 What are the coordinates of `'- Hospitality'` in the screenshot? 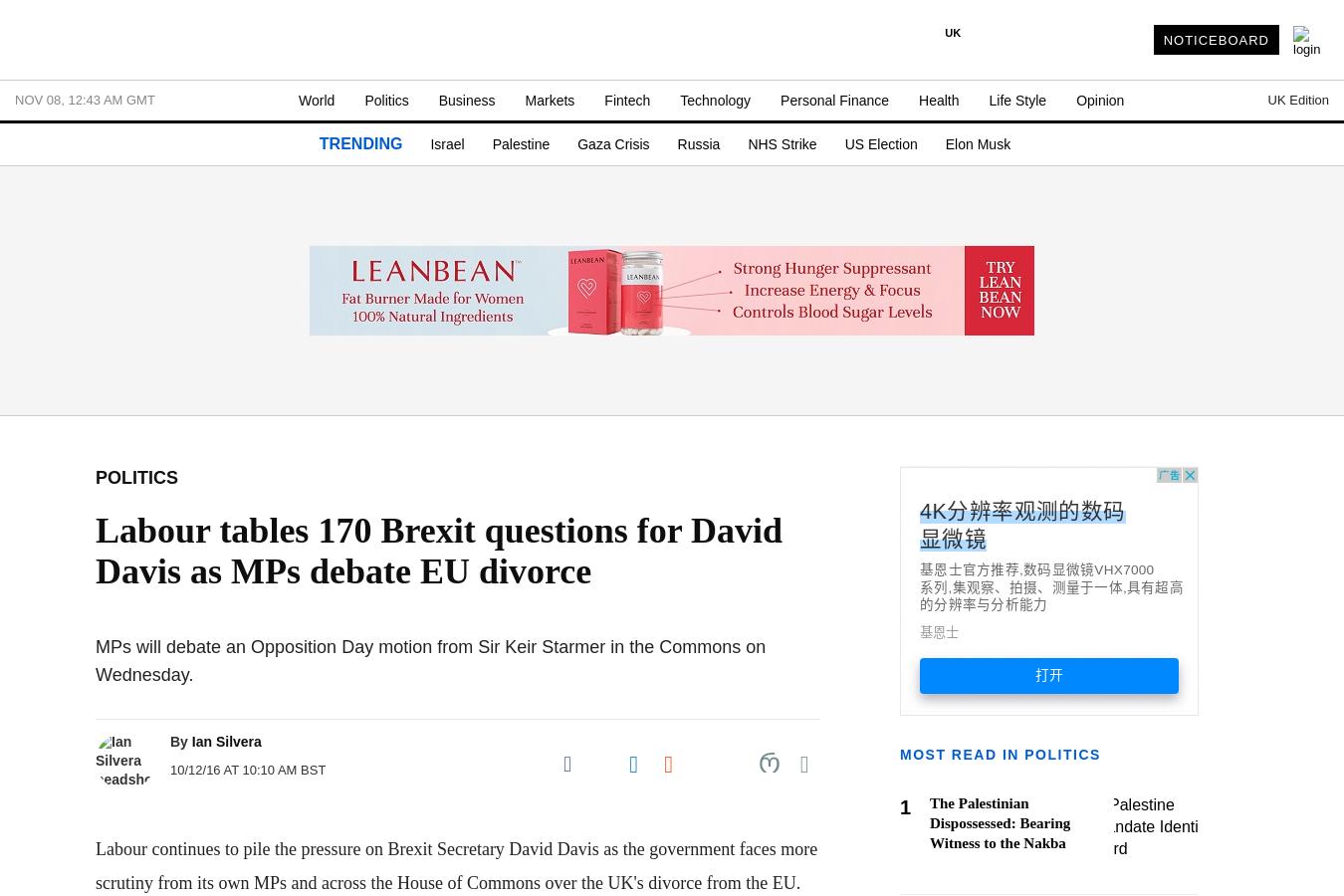 It's located at (60, 356).